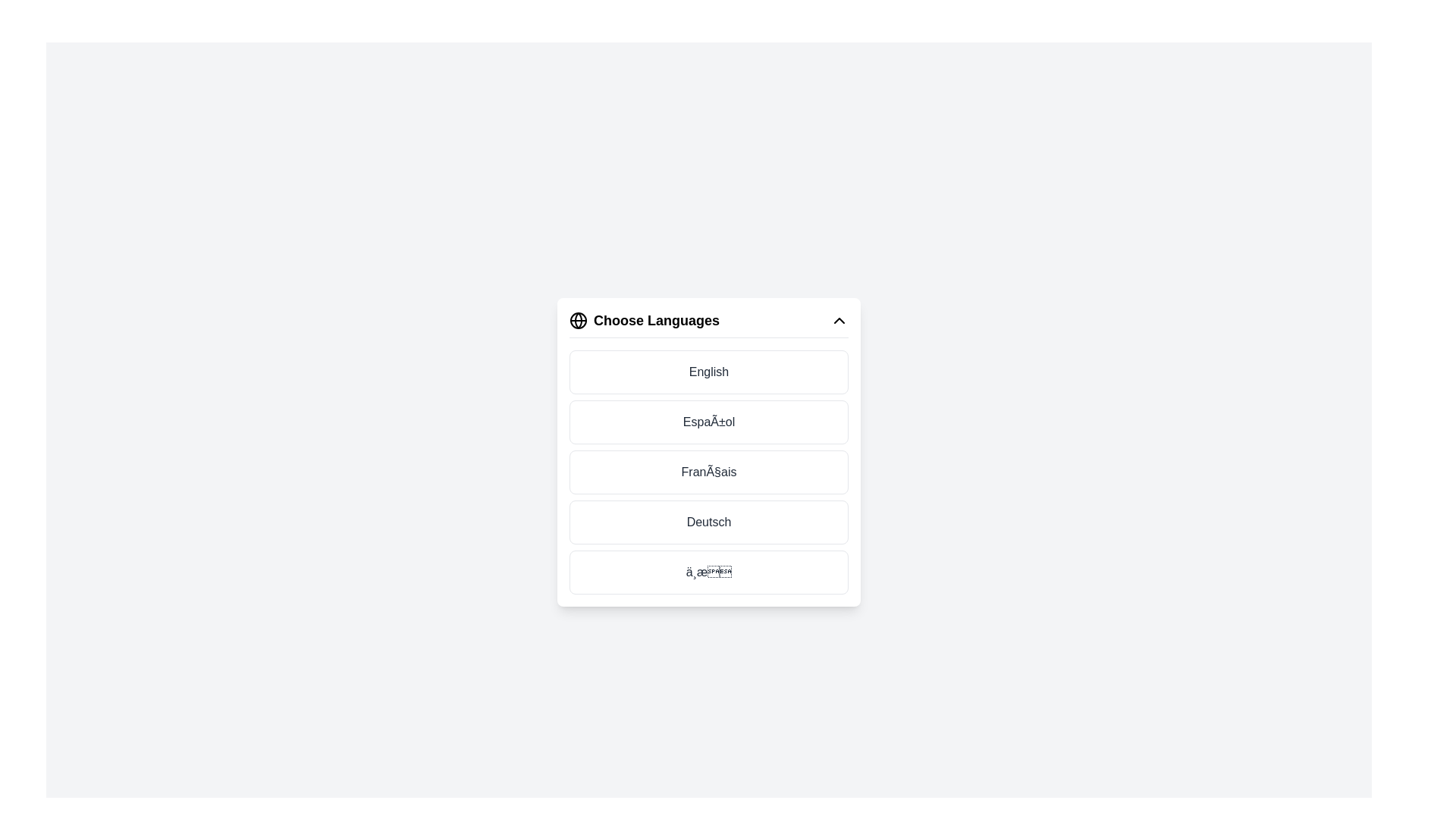 Image resolution: width=1456 pixels, height=819 pixels. What do you see at coordinates (578, 319) in the screenshot?
I see `the Circle graphic within the globe icon located in the top left area of the language options dropdown box` at bounding box center [578, 319].